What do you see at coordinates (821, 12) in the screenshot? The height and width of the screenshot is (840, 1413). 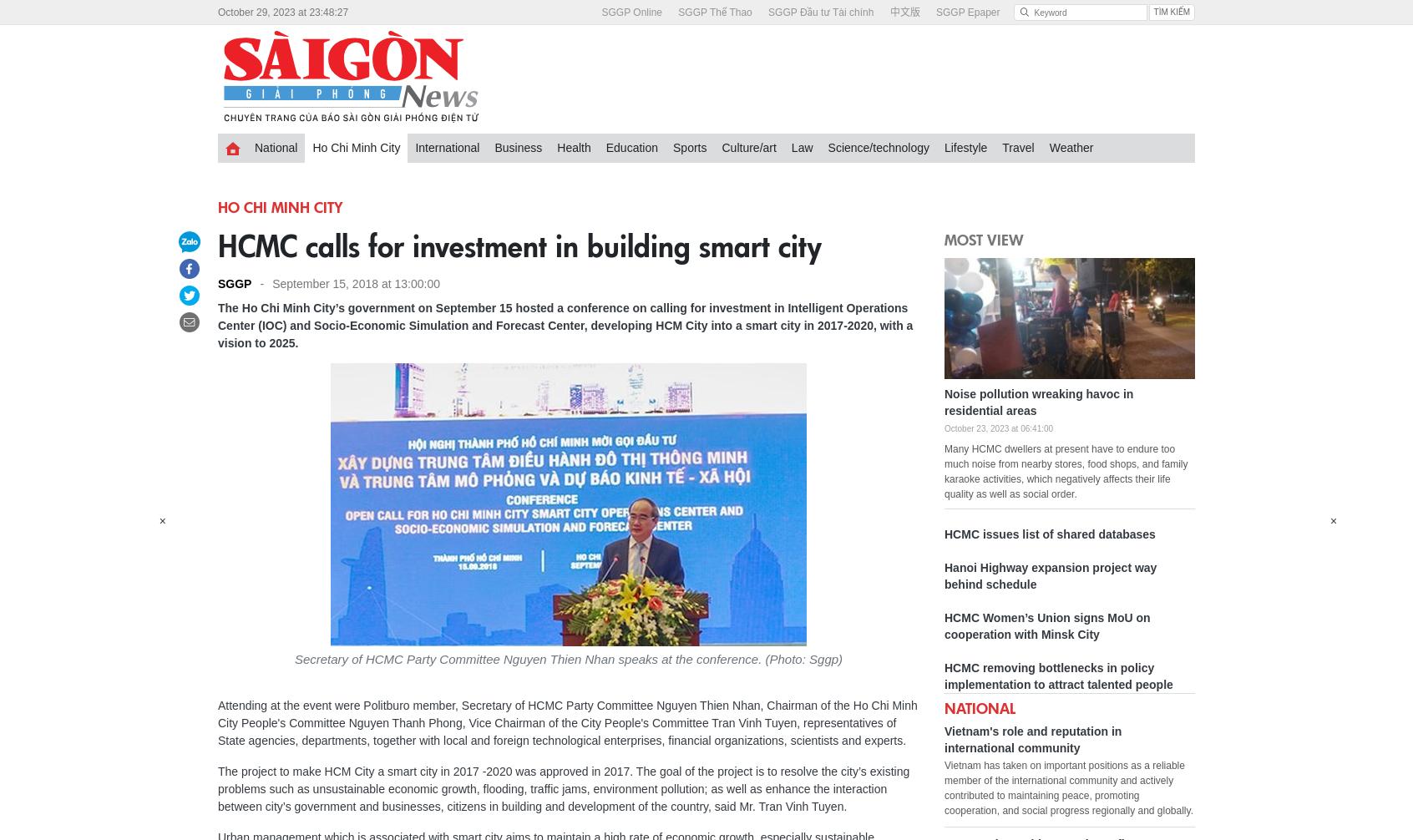 I see `'SGGP Đầu tư Tài chính'` at bounding box center [821, 12].